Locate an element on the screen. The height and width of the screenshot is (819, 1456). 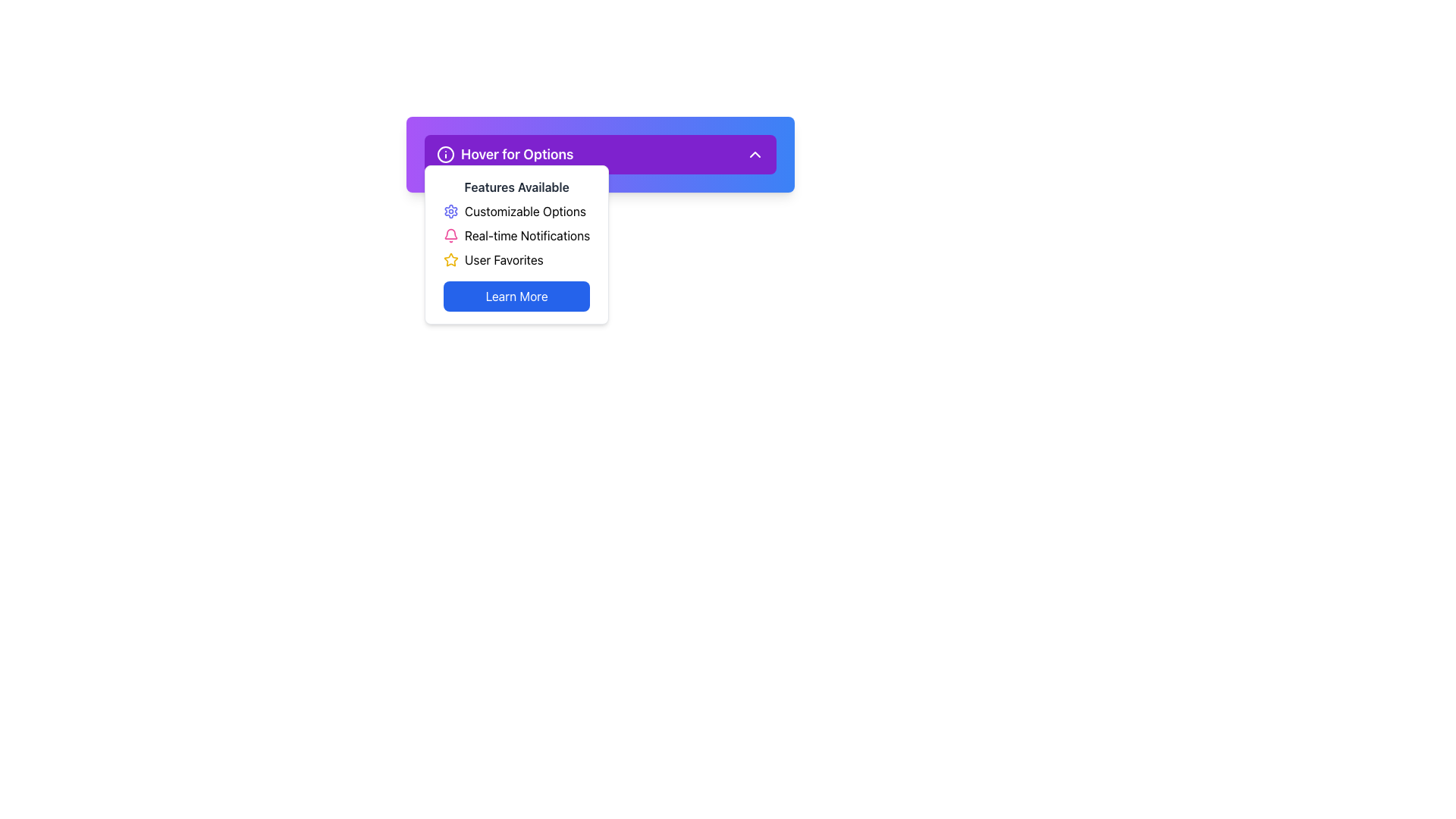
the fourth item in the dropdown menu for 'User Favorites' is located at coordinates (504, 259).